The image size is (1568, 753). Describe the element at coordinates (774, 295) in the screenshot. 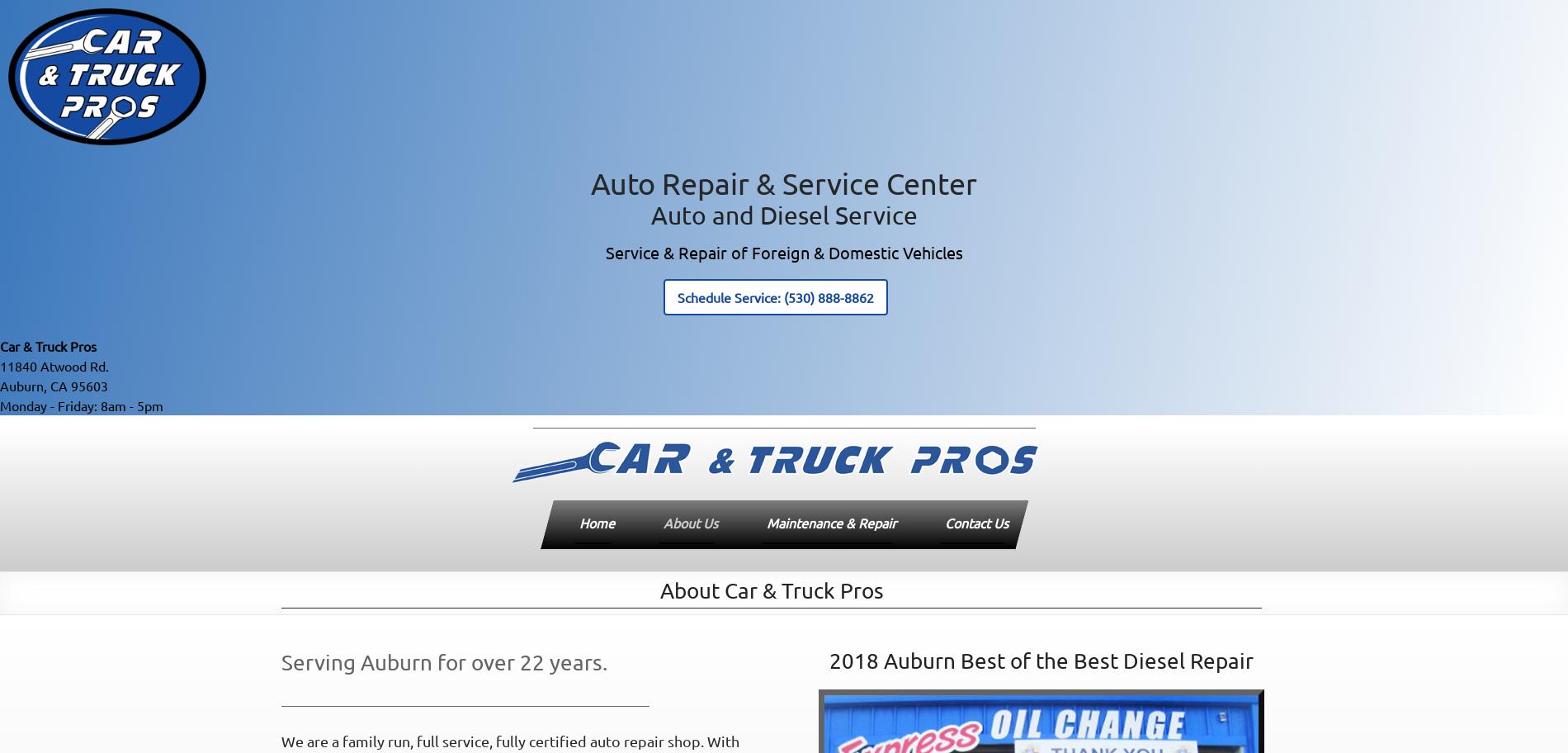

I see `'Schedule Service: (530) 888-8862'` at that location.